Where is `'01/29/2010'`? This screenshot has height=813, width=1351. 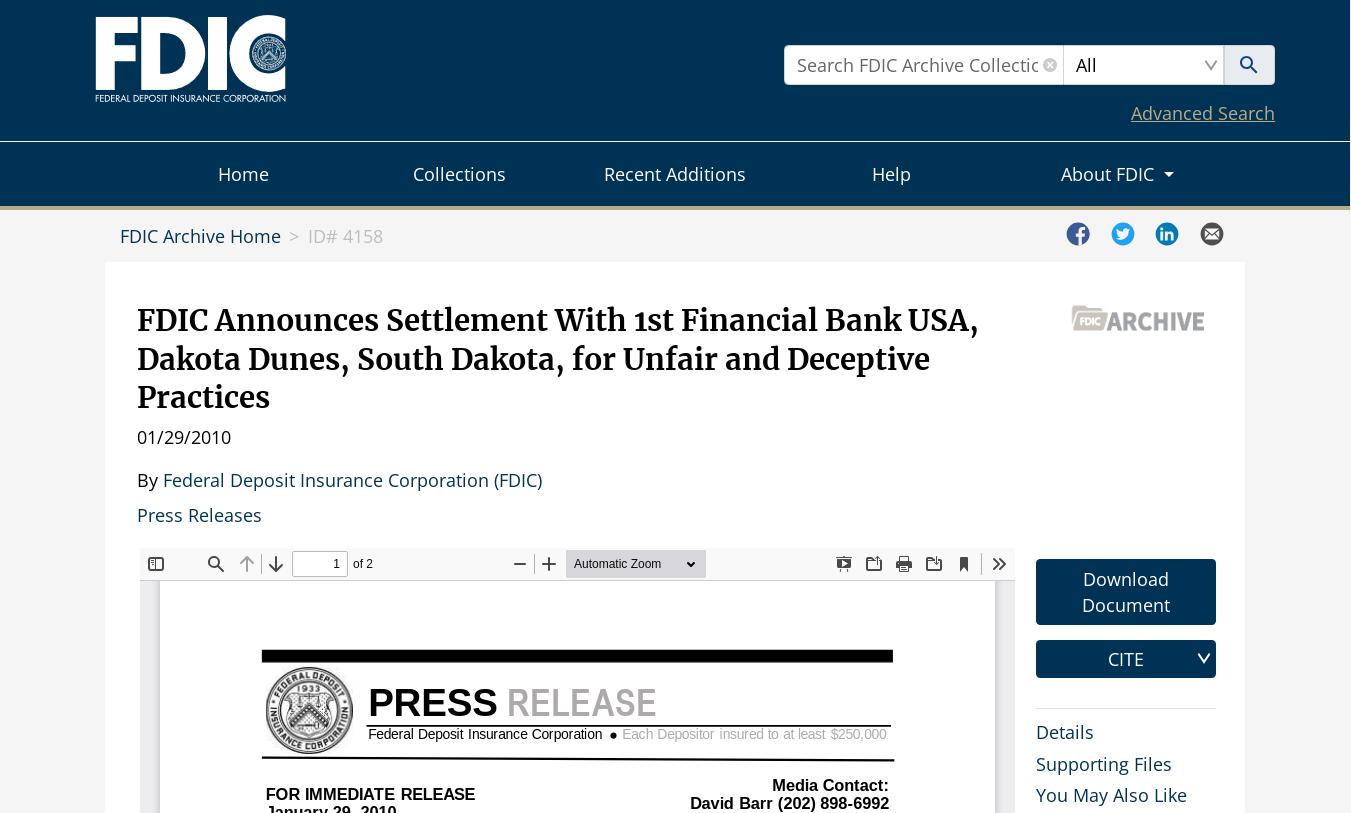
'01/29/2010' is located at coordinates (136, 436).